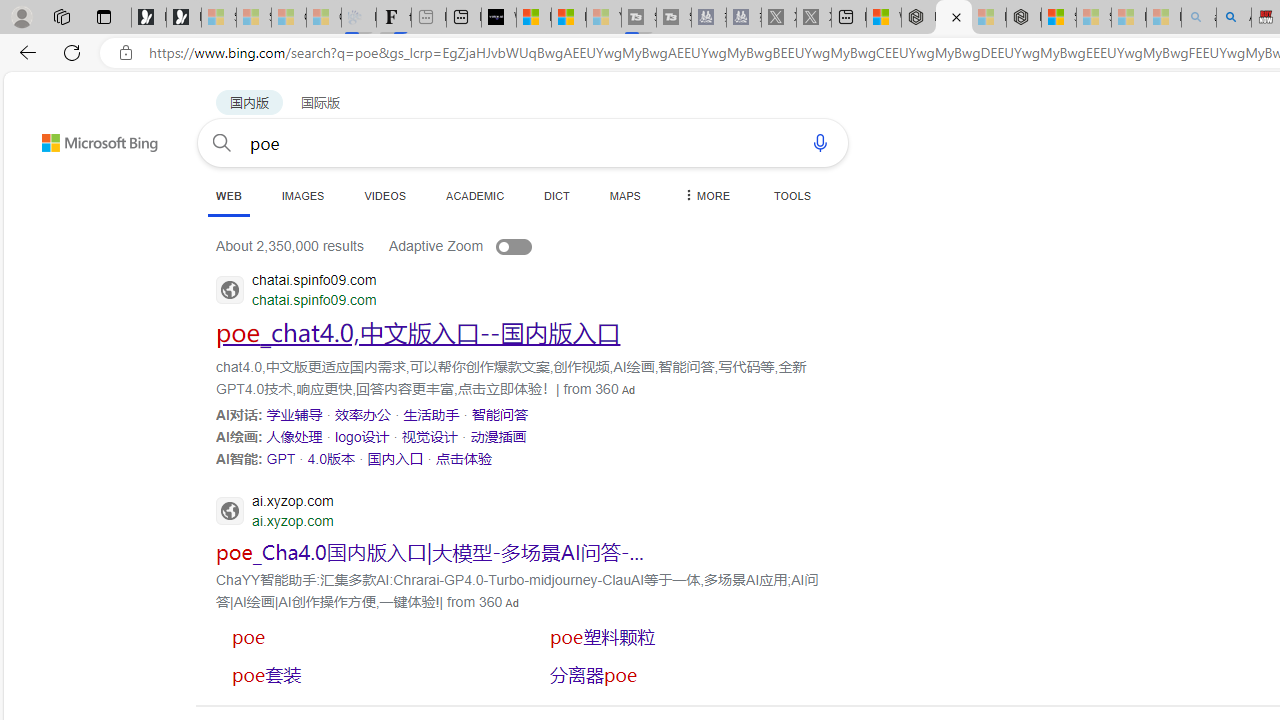  Describe the element at coordinates (72, 51) in the screenshot. I see `'Refresh'` at that location.